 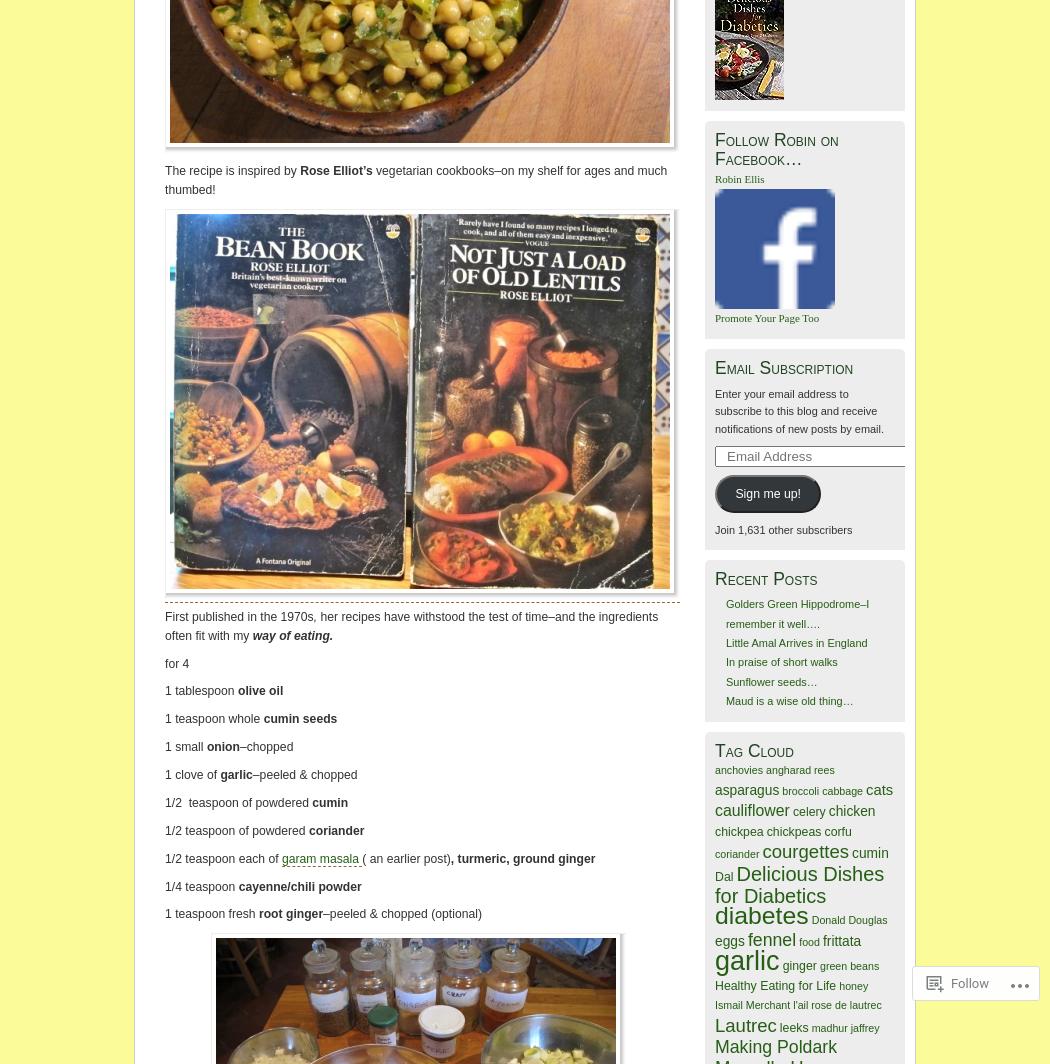 What do you see at coordinates (765, 579) in the screenshot?
I see `'Recent Posts'` at bounding box center [765, 579].